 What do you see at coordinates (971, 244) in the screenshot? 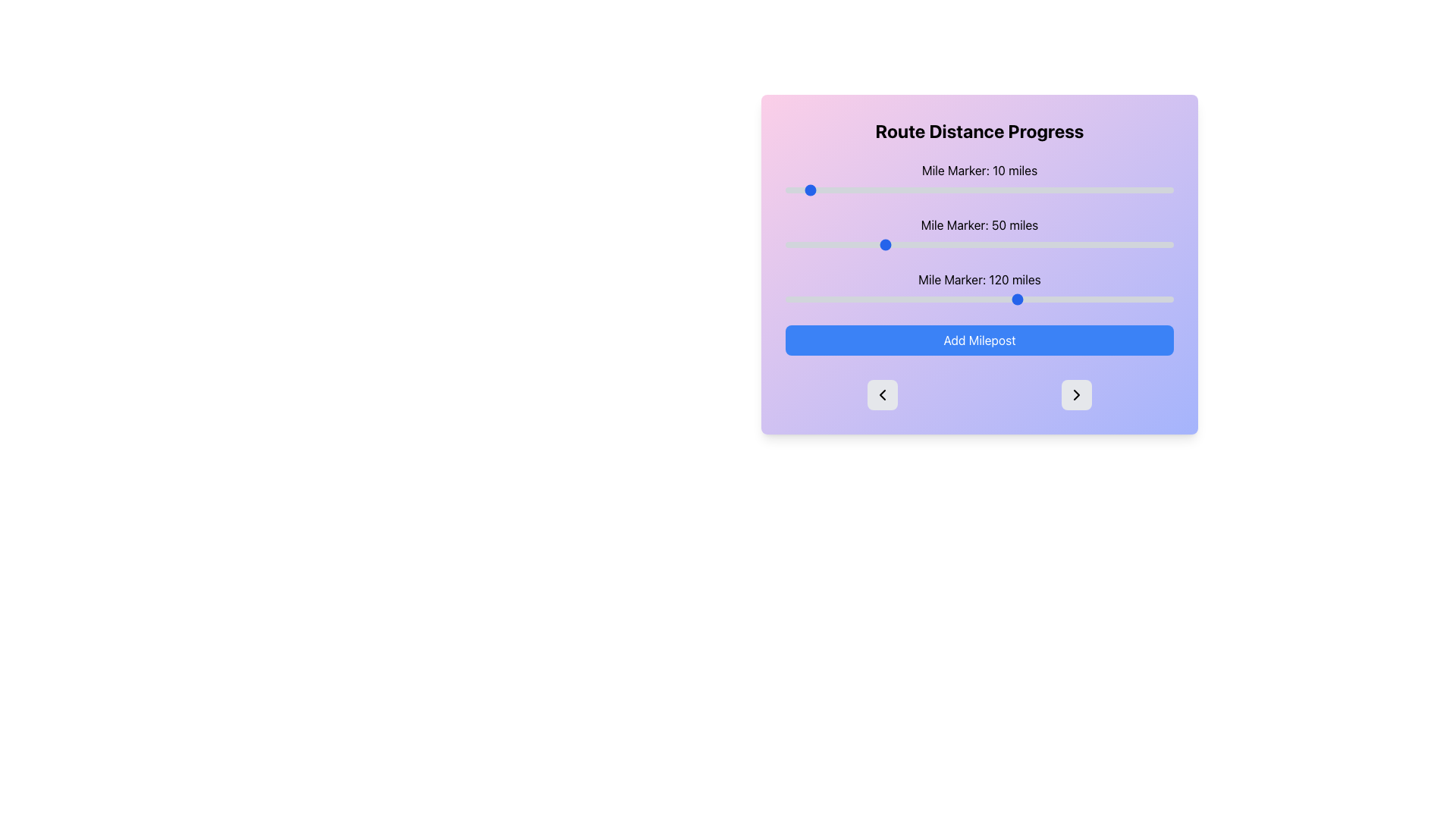
I see `the mile marker` at bounding box center [971, 244].